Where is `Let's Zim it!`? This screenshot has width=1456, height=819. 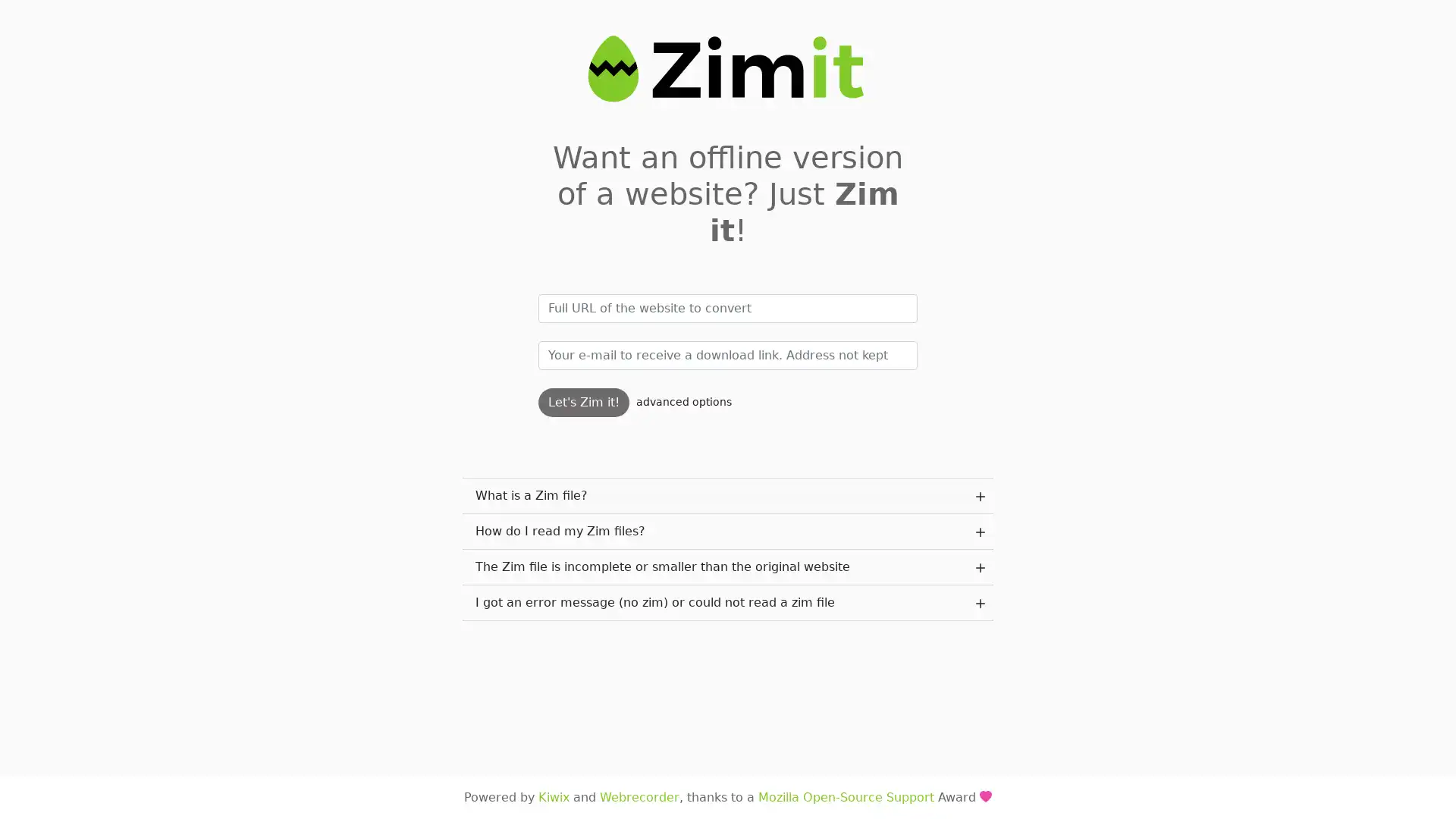 Let's Zim it! is located at coordinates (582, 400).